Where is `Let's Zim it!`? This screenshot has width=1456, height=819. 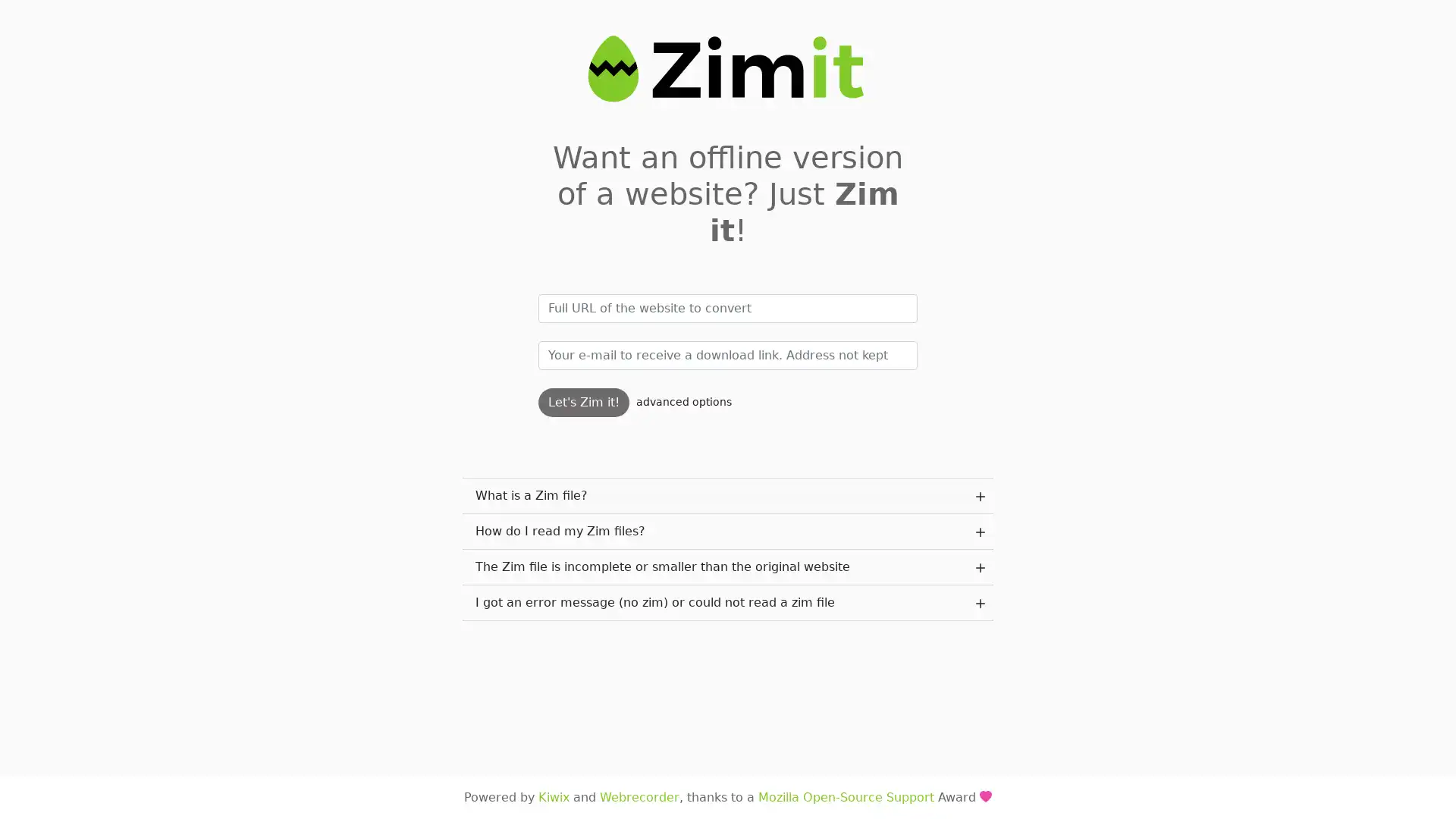 Let's Zim it! is located at coordinates (582, 400).